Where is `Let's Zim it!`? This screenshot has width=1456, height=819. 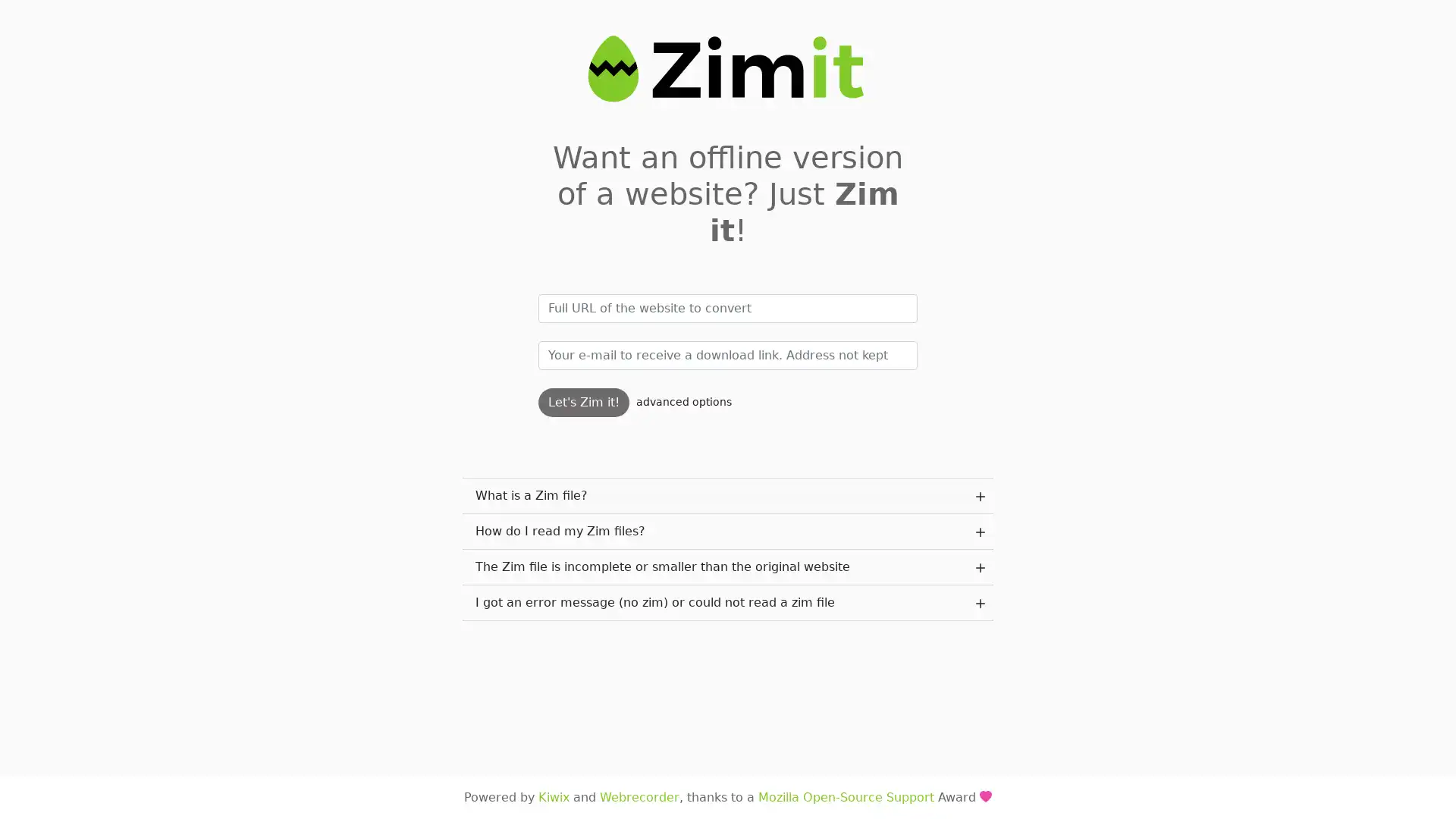 Let's Zim it! is located at coordinates (582, 400).